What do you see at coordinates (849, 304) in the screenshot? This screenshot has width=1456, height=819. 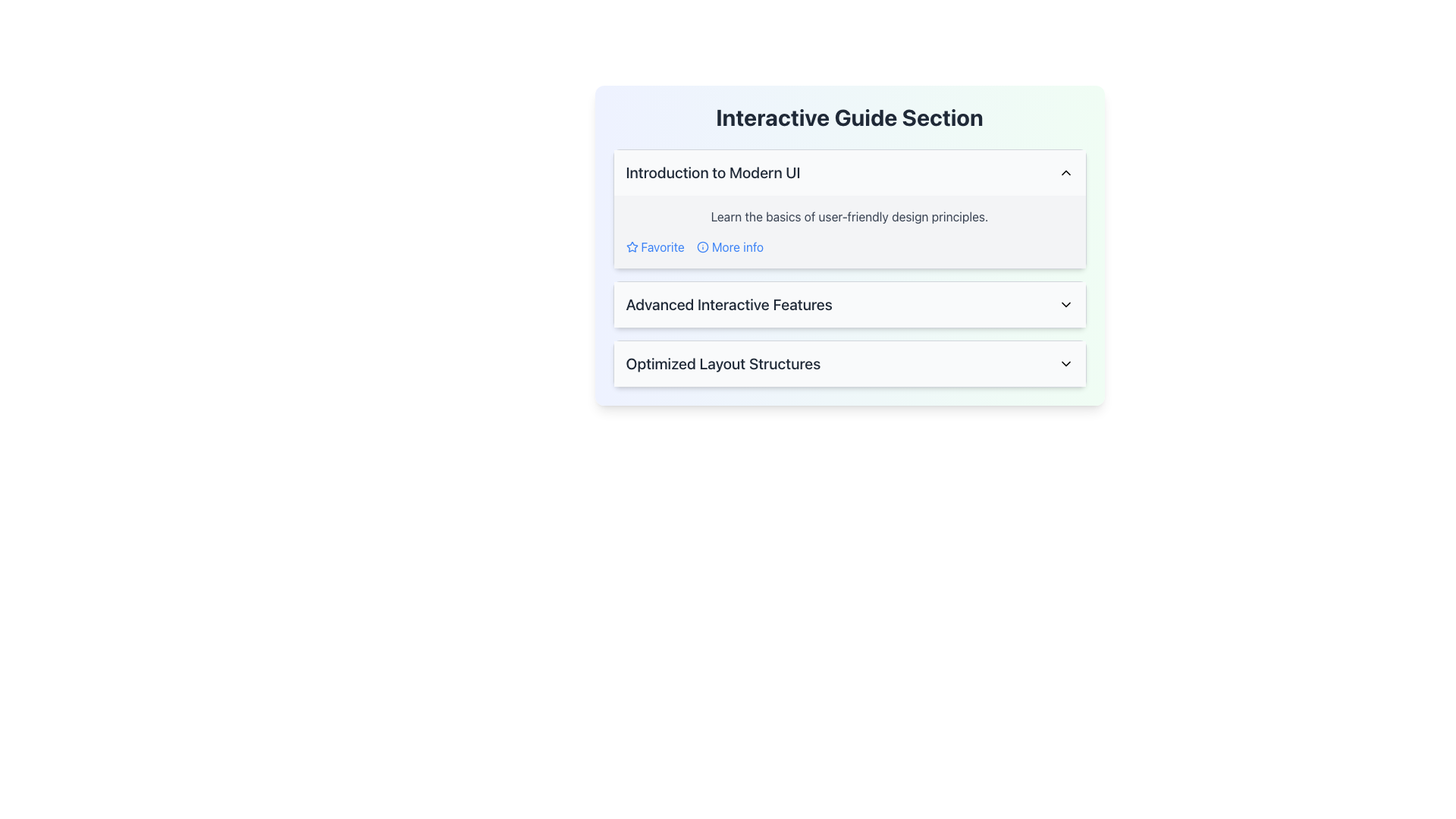 I see `the Collapsible toggle button labeled 'Advanced Interactive Features'` at bounding box center [849, 304].